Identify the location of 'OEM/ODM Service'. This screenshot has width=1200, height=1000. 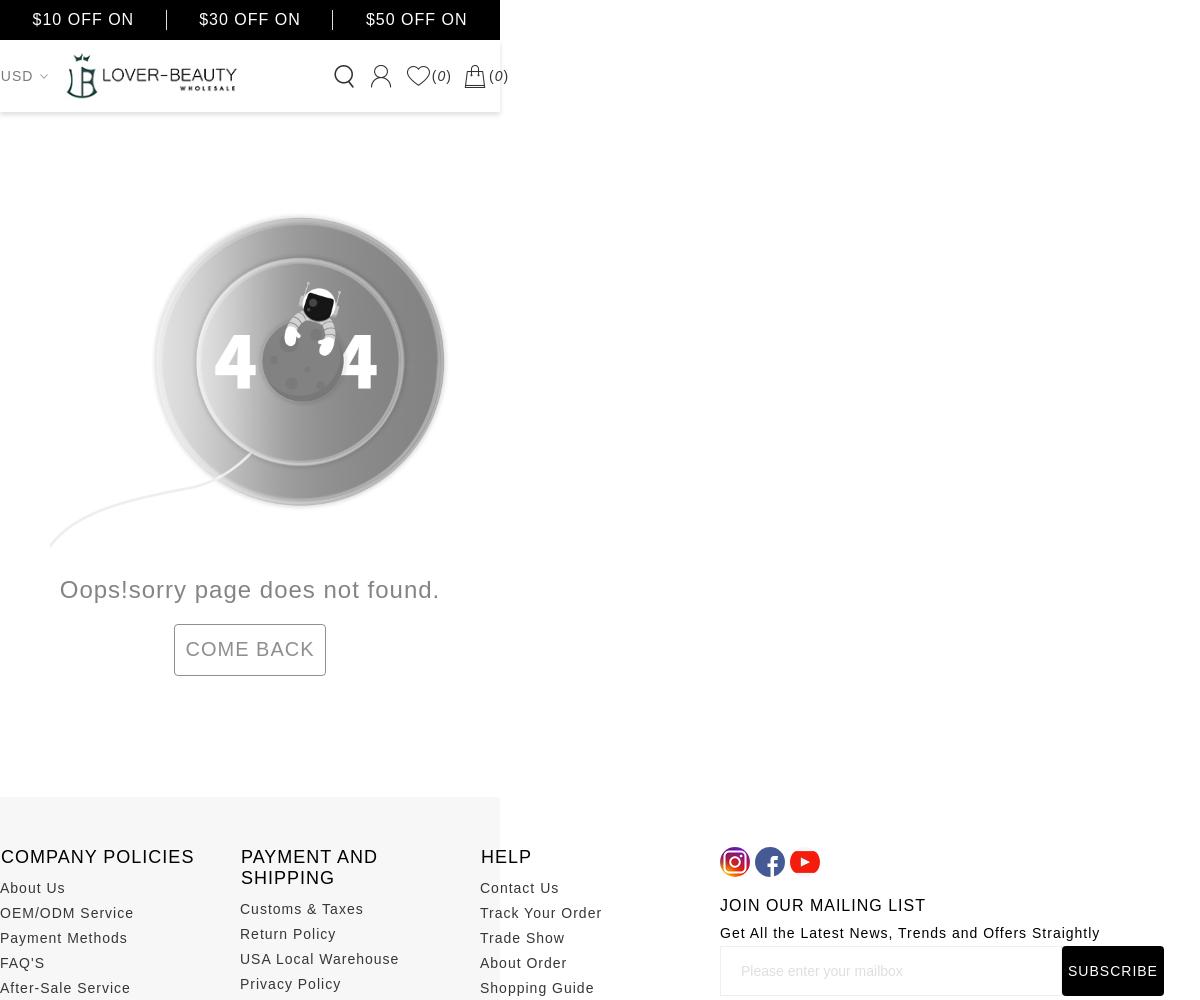
(0, 912).